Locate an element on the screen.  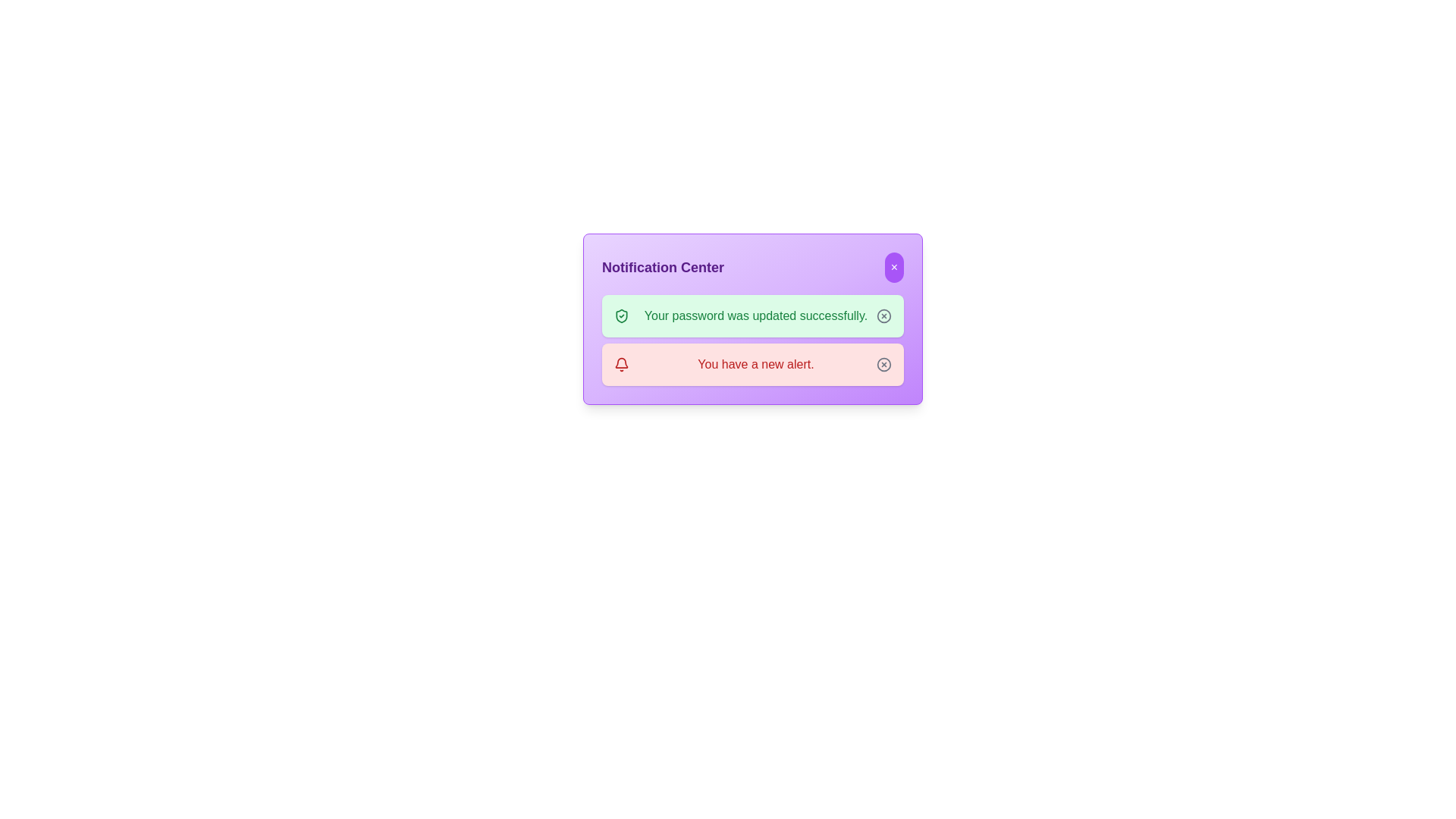
the functionality associated with the green notification indicating a successful password update by clicking on the shield icon located to the left of the notification text is located at coordinates (622, 315).